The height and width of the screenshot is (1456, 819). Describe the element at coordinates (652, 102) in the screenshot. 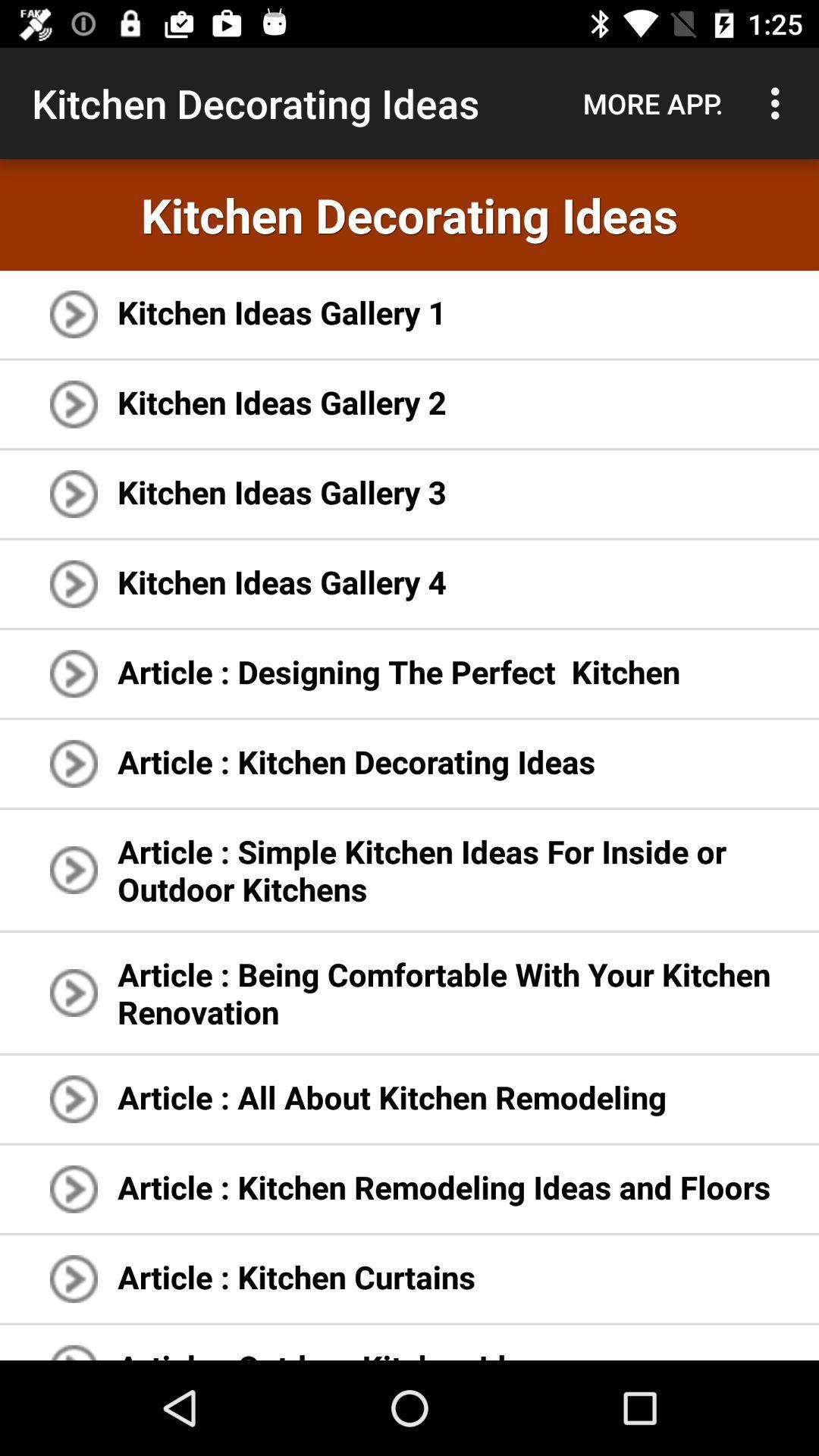

I see `the app above the kitchen decorating ideas icon` at that location.